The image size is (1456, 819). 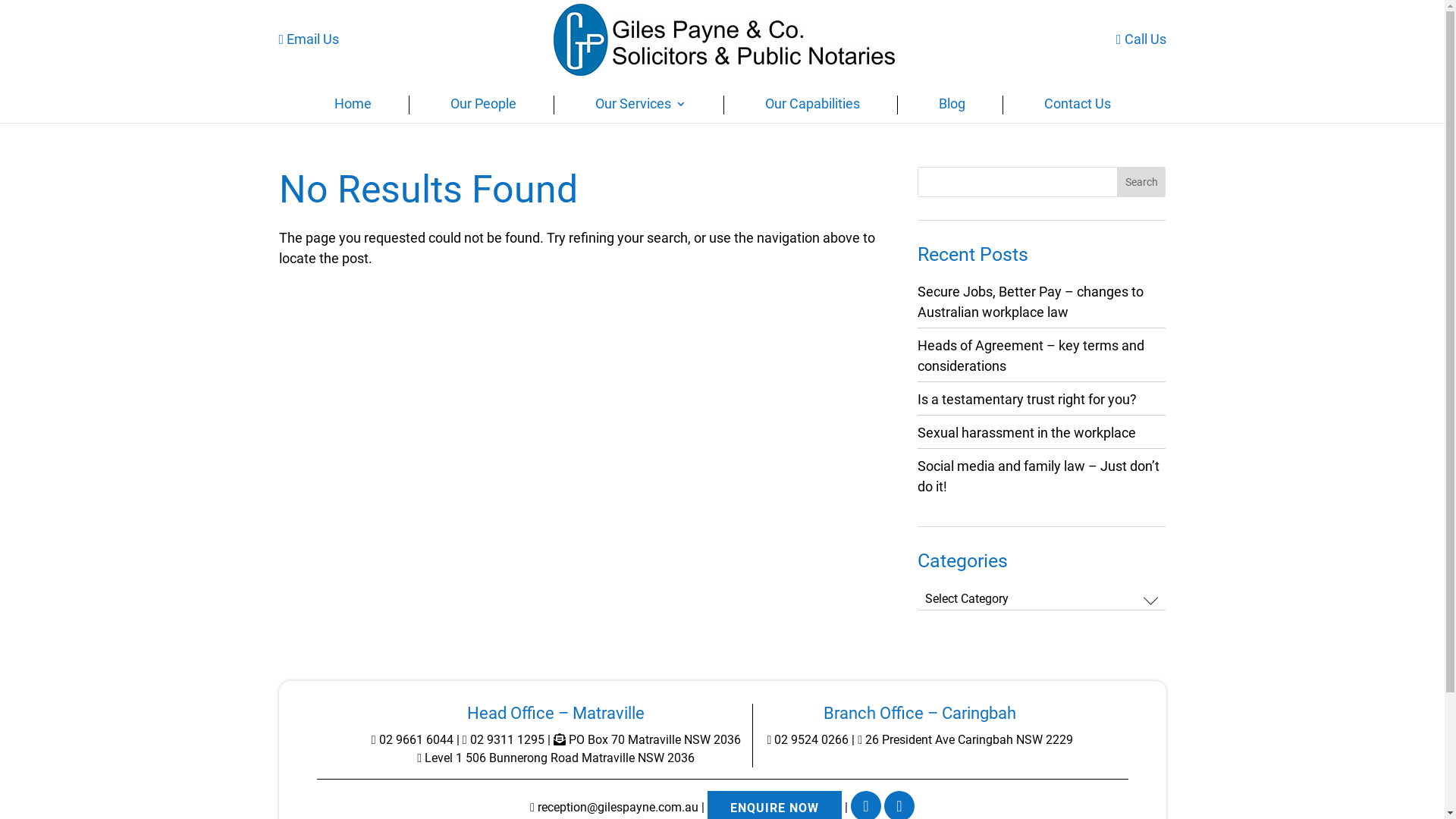 I want to click on 'Search', so click(x=1141, y=180).